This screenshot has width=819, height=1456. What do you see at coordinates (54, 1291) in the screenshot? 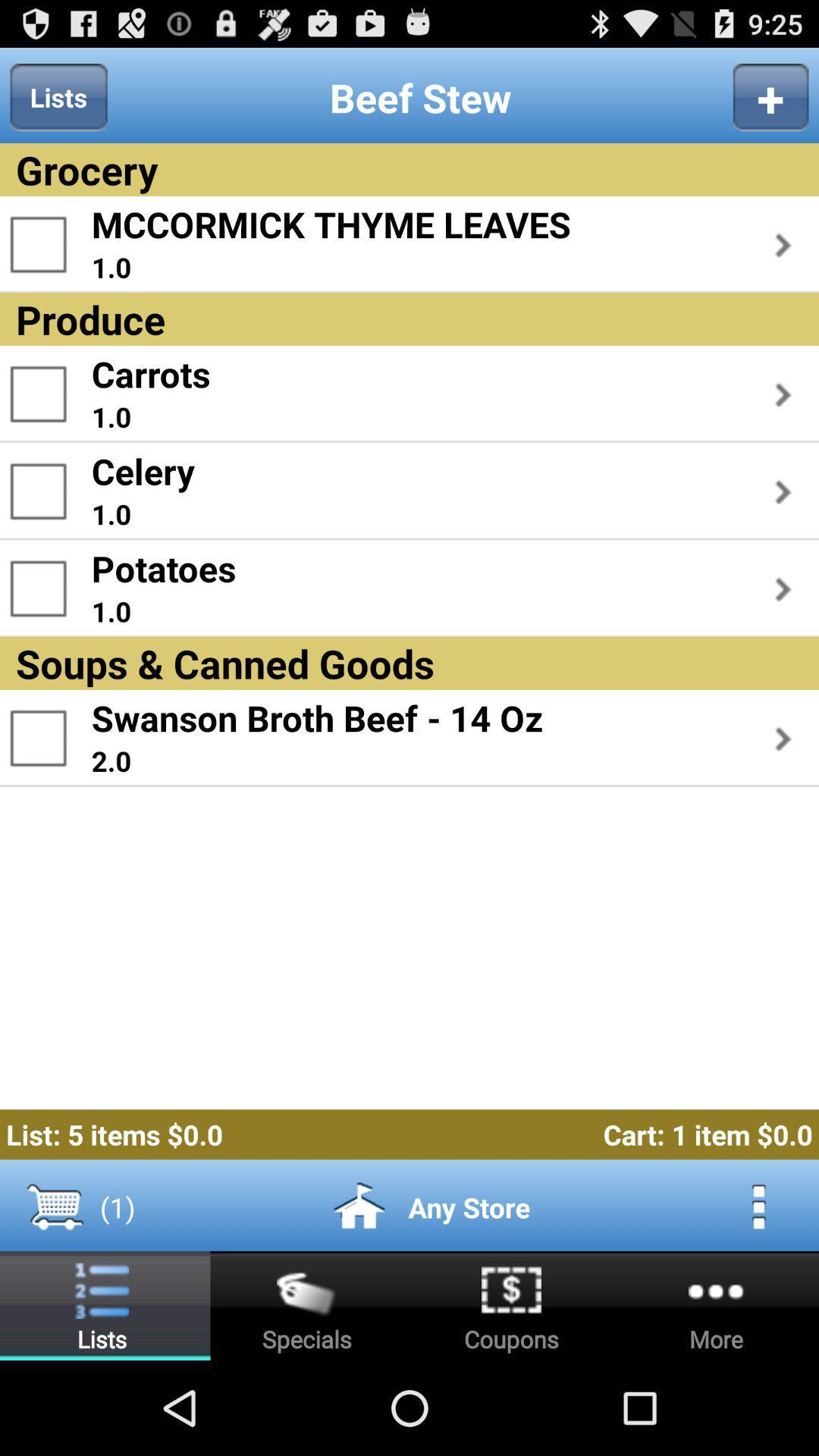
I see `the cart icon` at bounding box center [54, 1291].